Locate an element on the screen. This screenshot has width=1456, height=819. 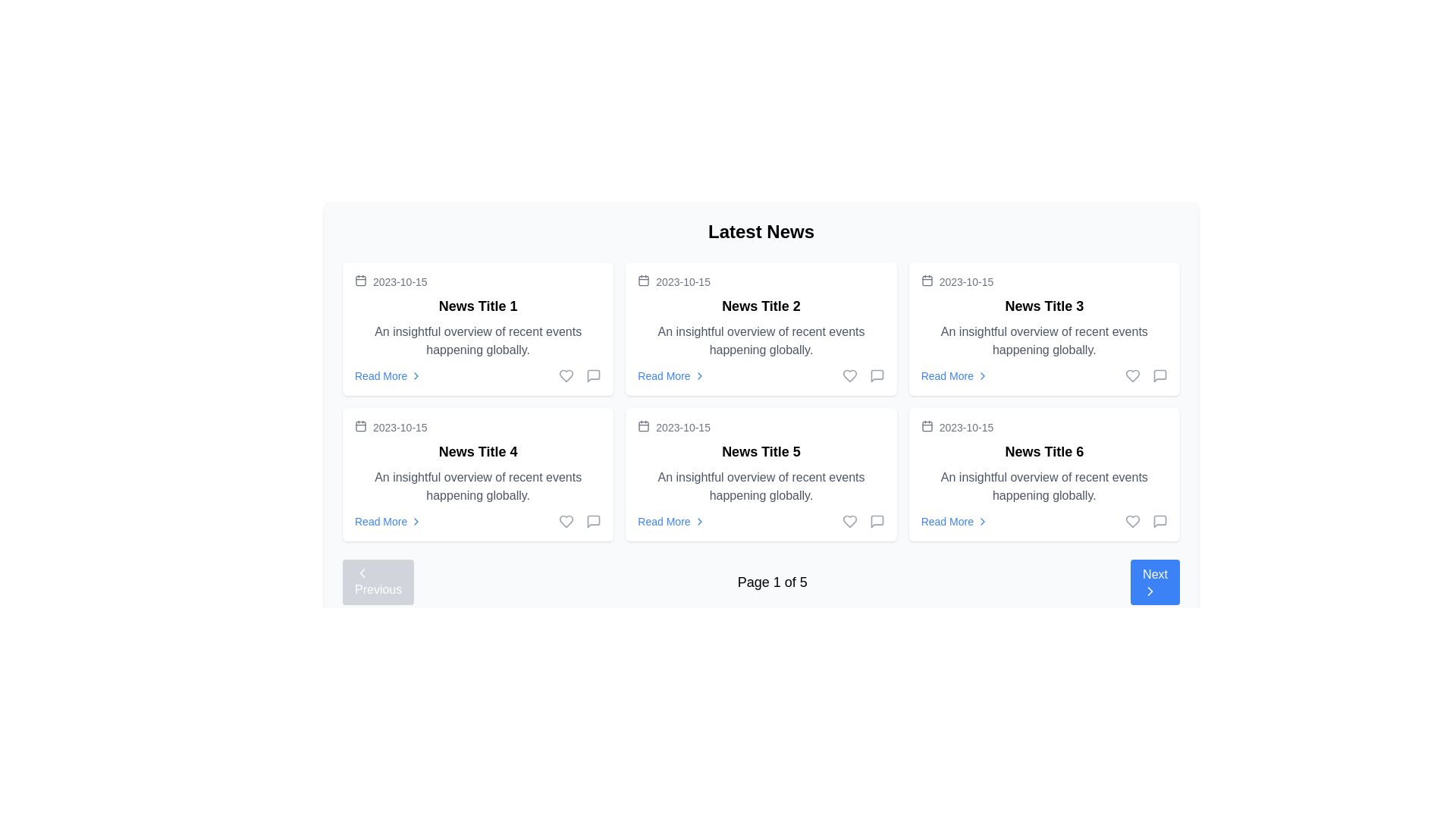
the text description located beneath the headline 'News Title 1' in the first news card is located at coordinates (477, 341).